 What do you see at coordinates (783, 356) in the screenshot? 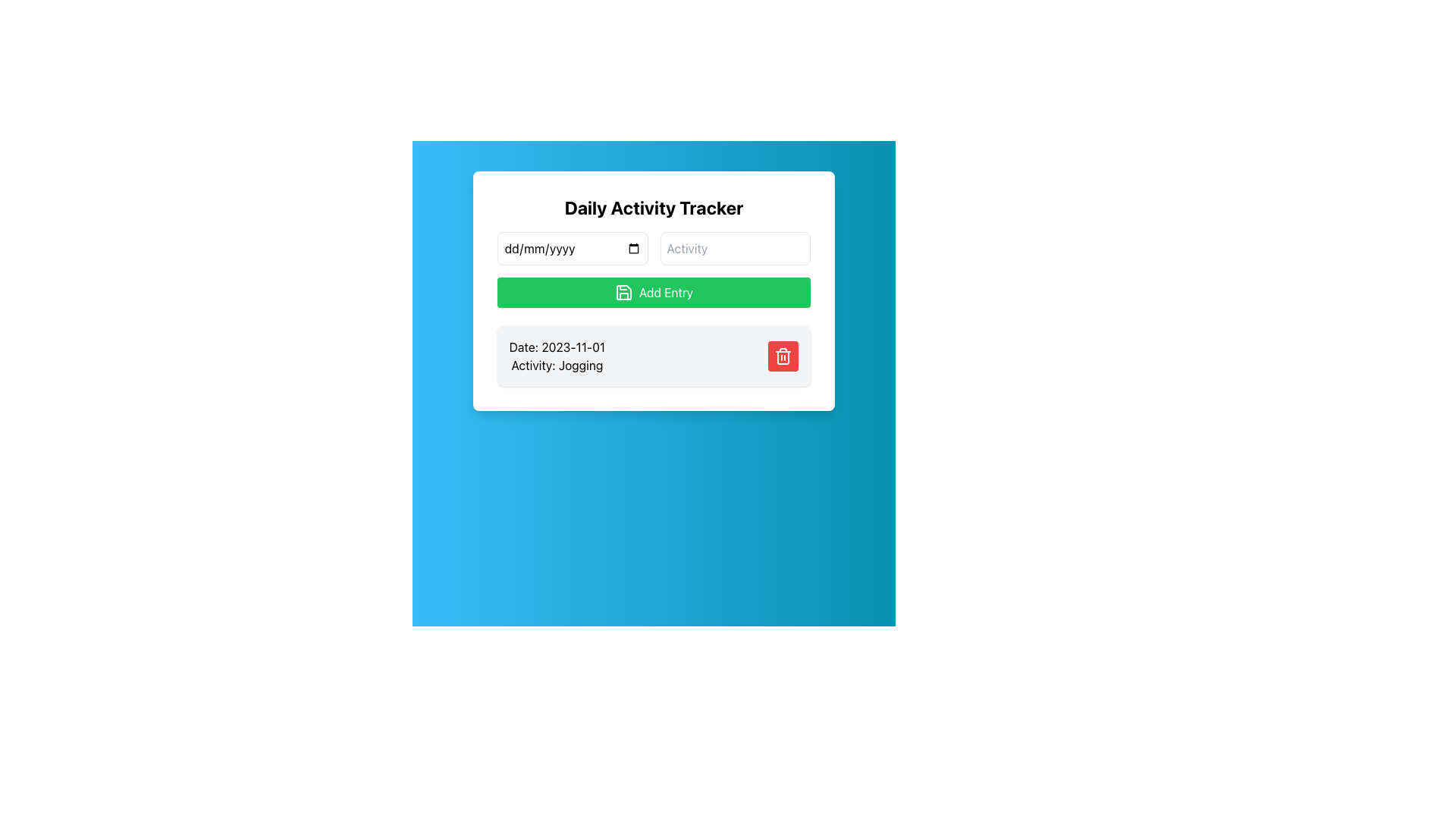
I see `the delete icon button located at the bottom-right of the 'Activity' entry displaying 'Date: 2023-11-01 Activity: Jogging'` at bounding box center [783, 356].